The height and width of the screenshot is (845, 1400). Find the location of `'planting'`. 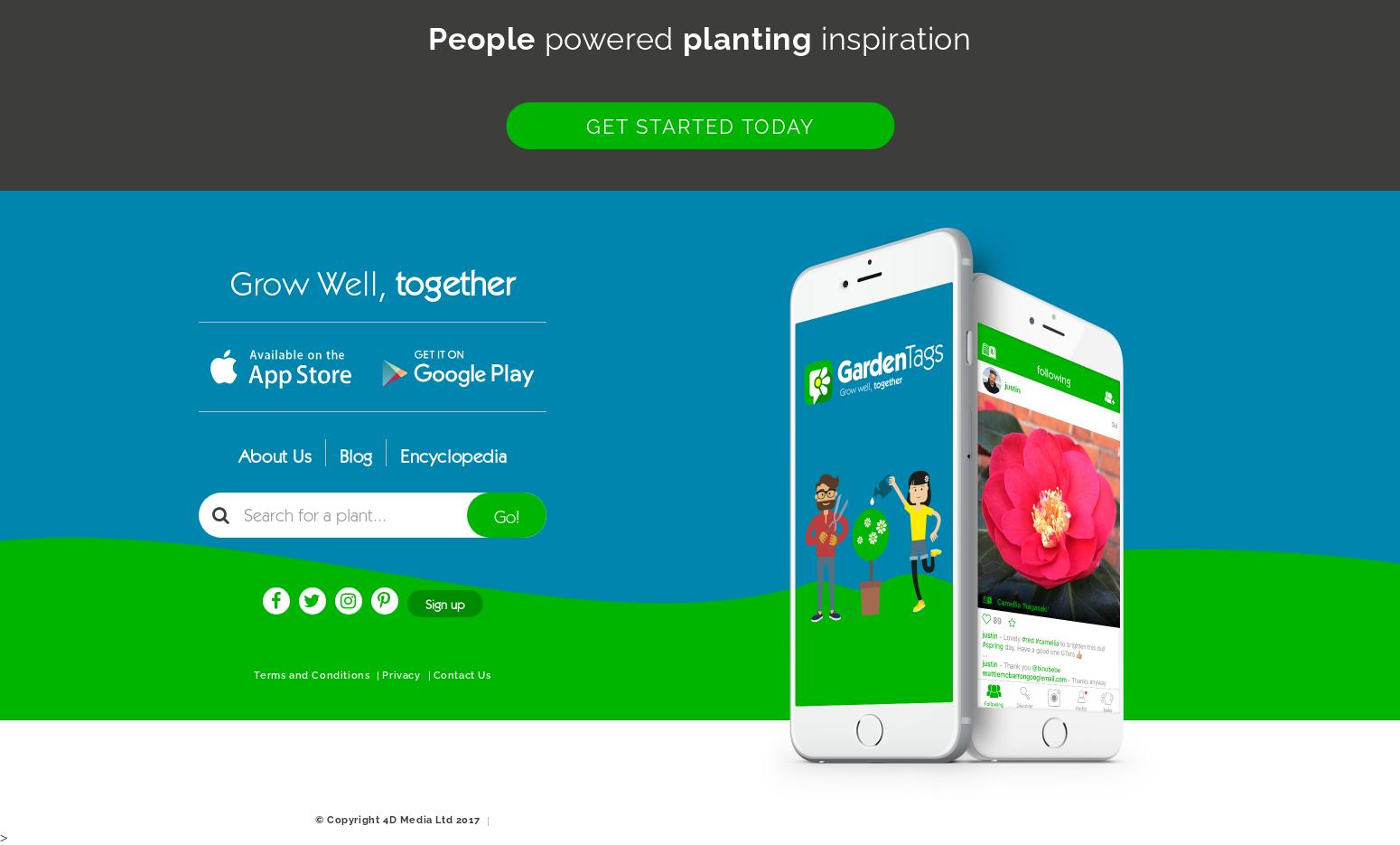

'planting' is located at coordinates (745, 38).